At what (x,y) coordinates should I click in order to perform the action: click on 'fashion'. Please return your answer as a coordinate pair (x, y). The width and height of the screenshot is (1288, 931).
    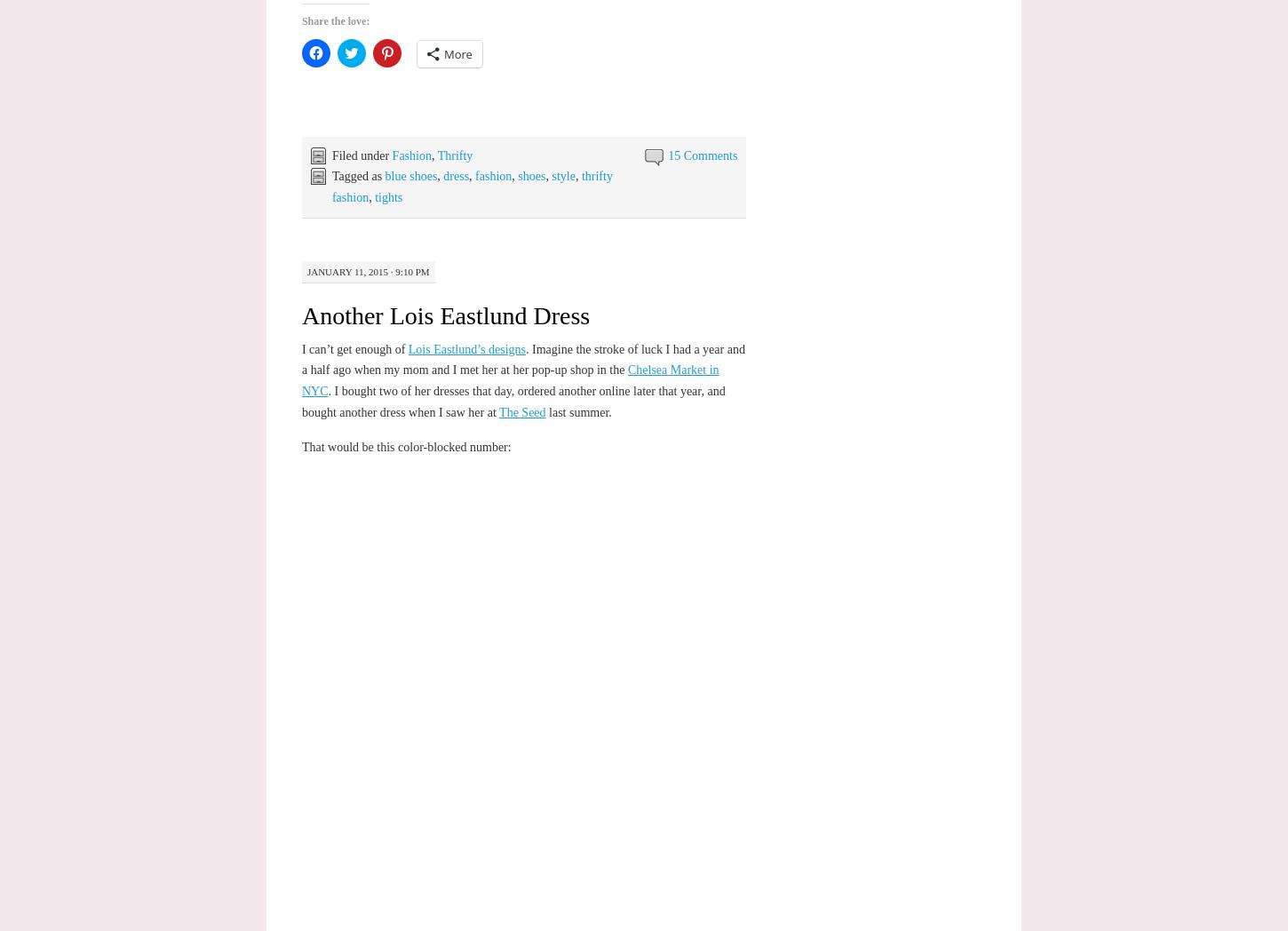
    Looking at the image, I should click on (475, 175).